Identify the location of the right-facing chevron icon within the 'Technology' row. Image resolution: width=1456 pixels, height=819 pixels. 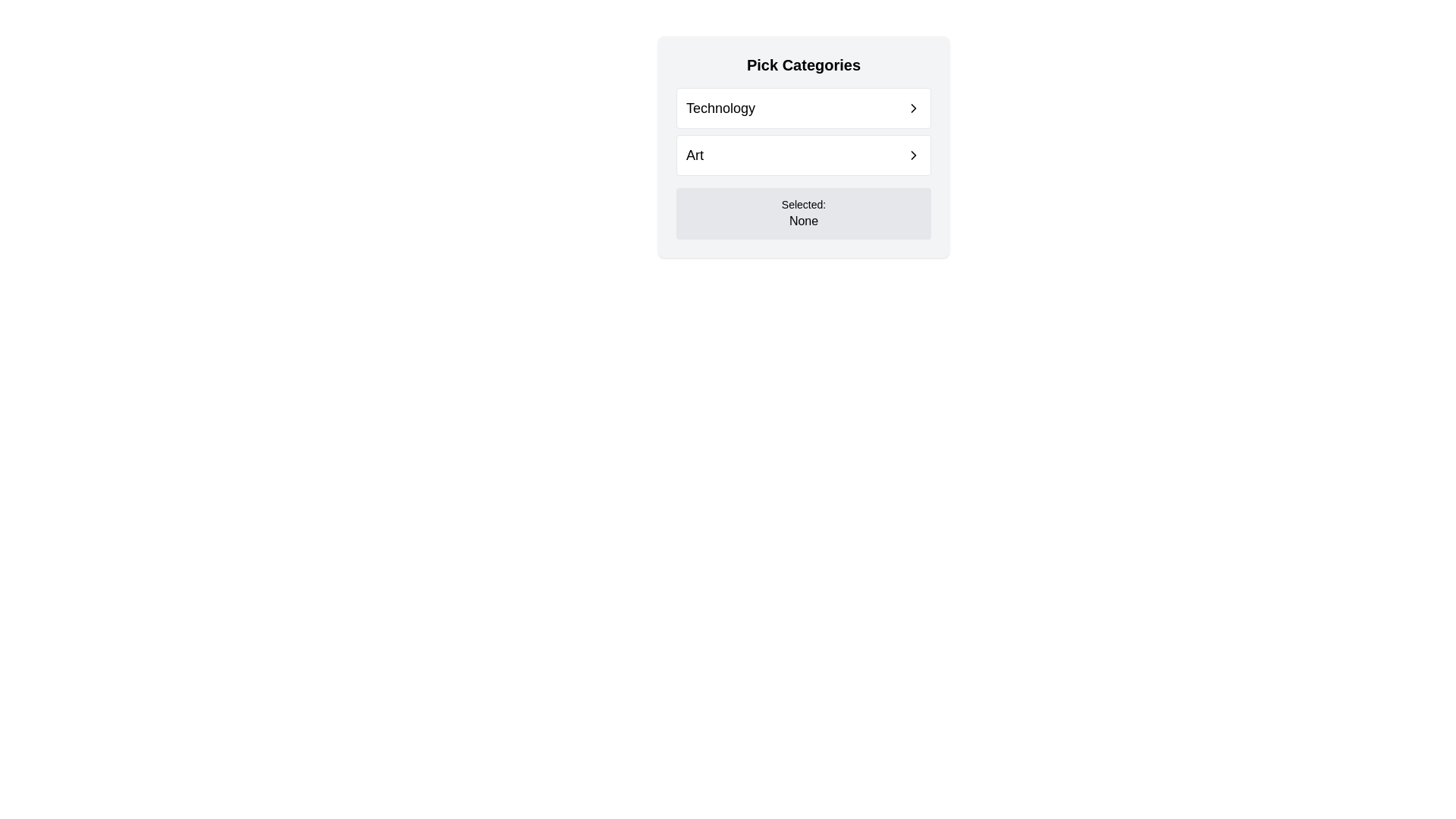
(912, 107).